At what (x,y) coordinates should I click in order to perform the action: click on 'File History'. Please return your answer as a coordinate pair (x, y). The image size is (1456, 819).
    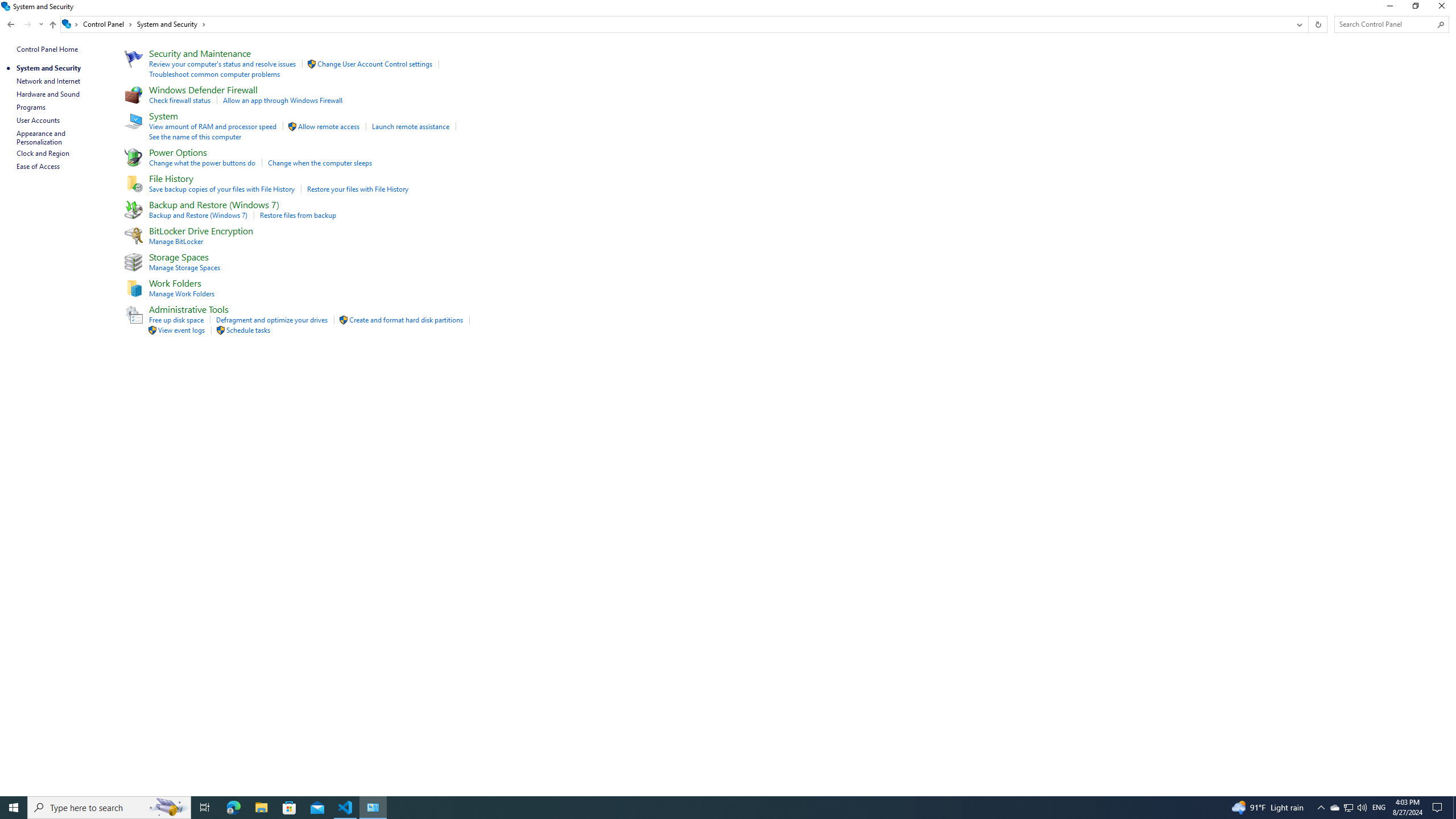
    Looking at the image, I should click on (171, 178).